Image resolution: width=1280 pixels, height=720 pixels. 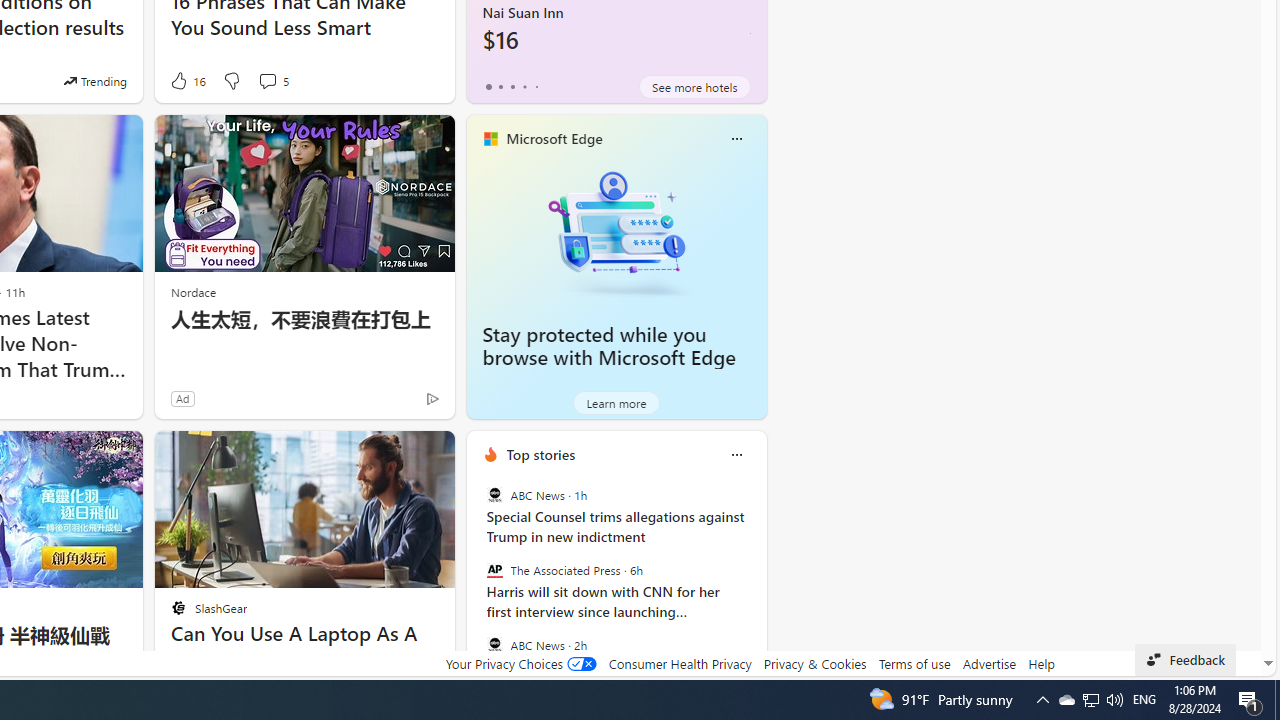 I want to click on 'ABC News', so click(x=494, y=644).